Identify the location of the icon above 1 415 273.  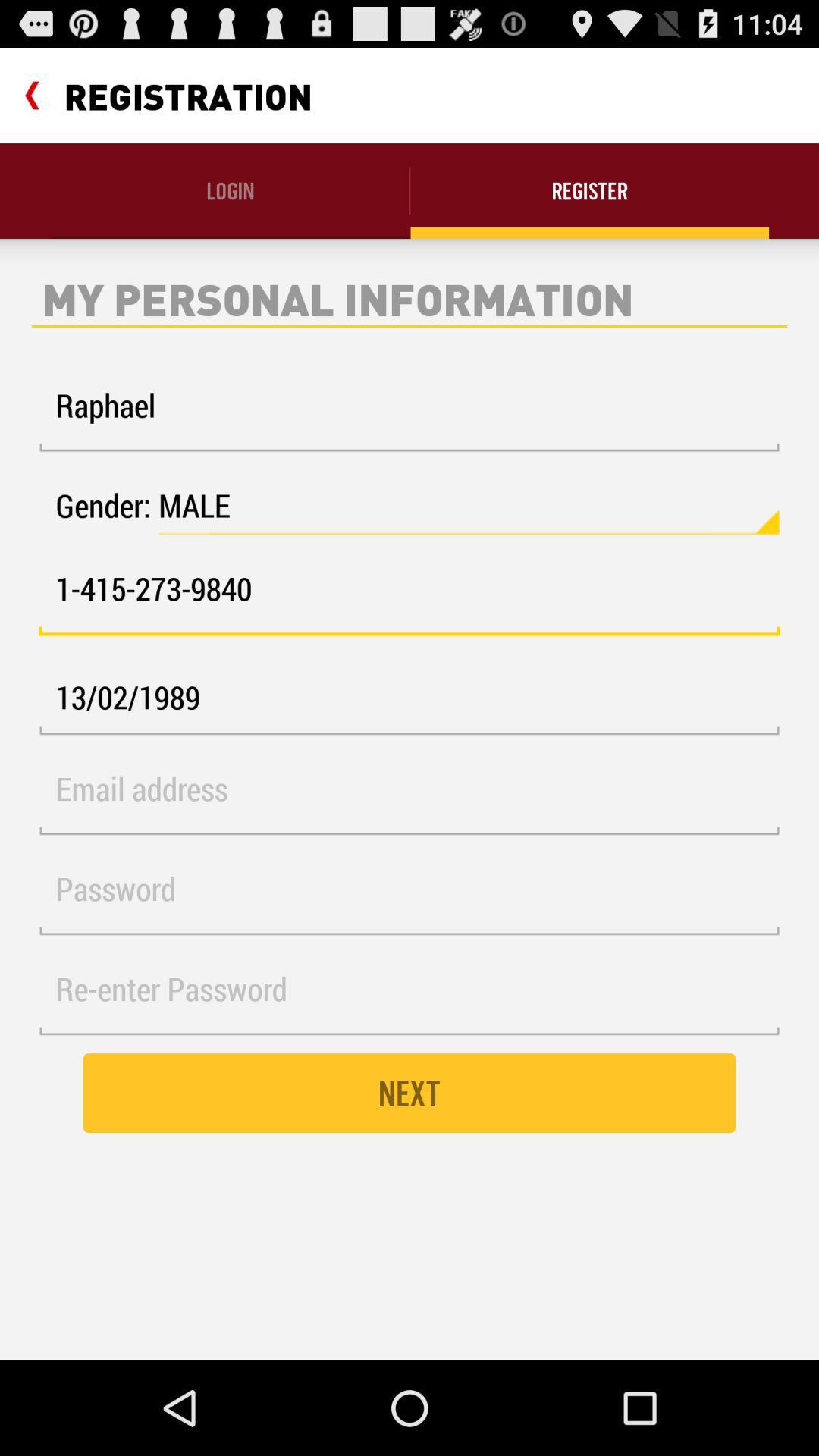
(468, 506).